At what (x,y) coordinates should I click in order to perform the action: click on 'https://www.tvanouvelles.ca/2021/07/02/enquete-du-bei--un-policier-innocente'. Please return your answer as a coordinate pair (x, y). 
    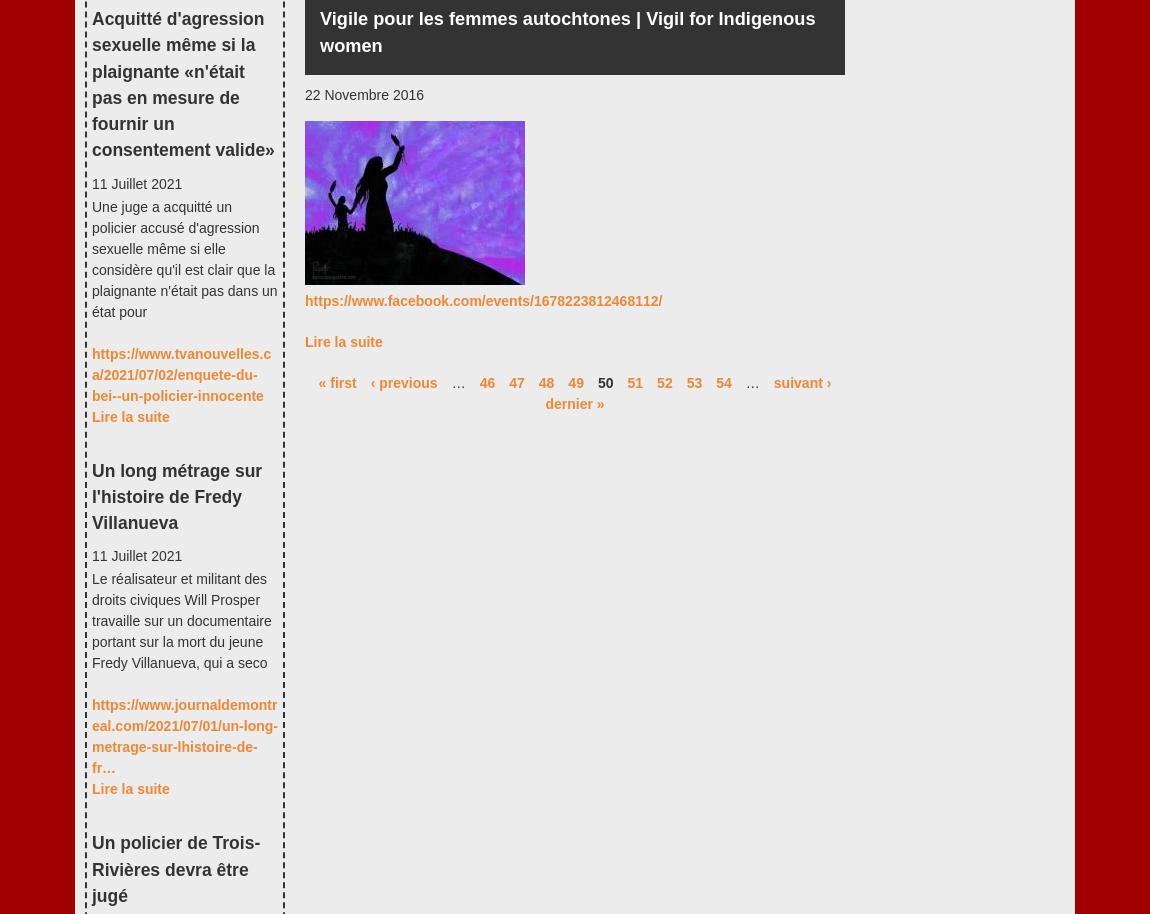
    Looking at the image, I should click on (91, 374).